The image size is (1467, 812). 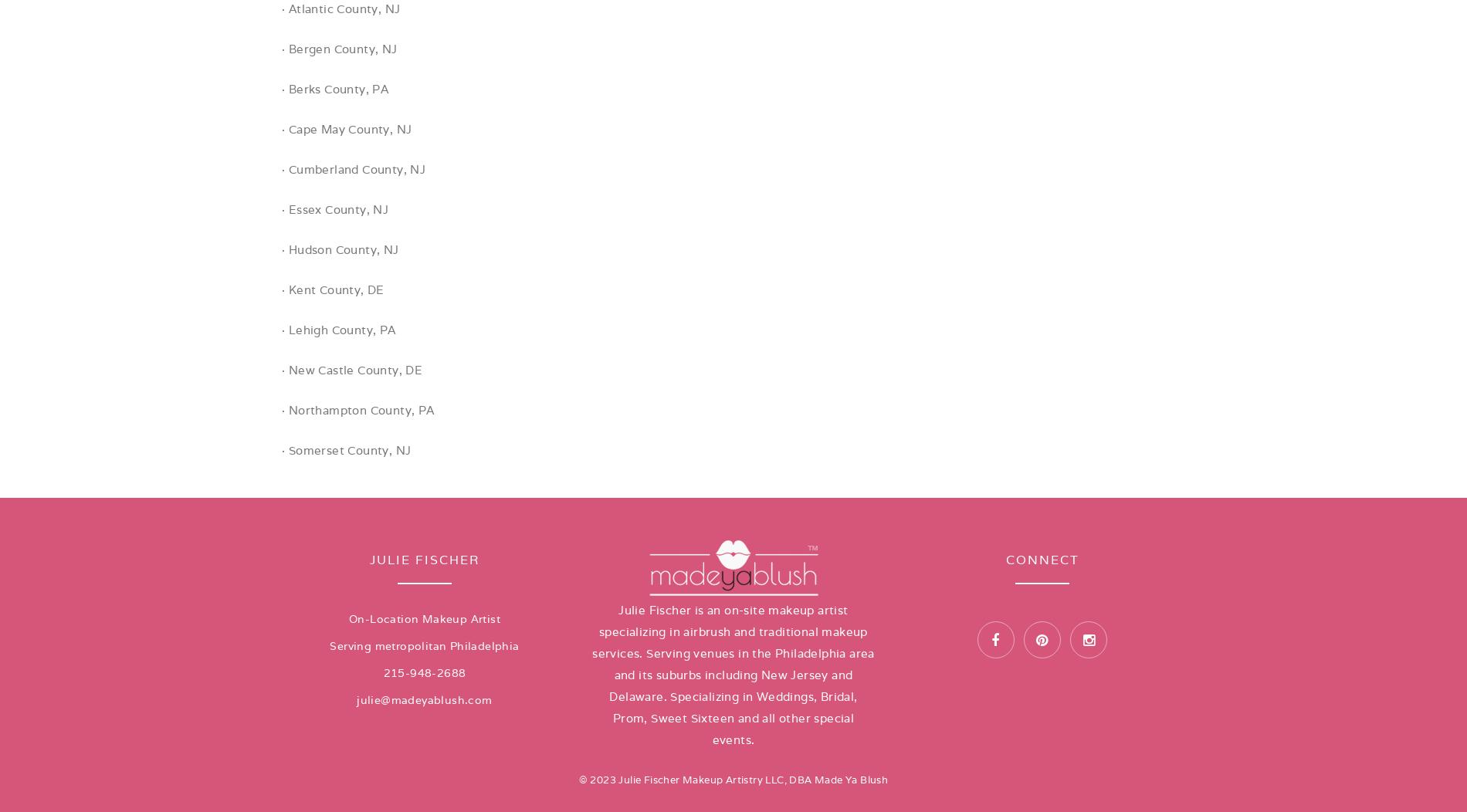 What do you see at coordinates (425, 617) in the screenshot?
I see `'On-Location Makeup Artist'` at bounding box center [425, 617].